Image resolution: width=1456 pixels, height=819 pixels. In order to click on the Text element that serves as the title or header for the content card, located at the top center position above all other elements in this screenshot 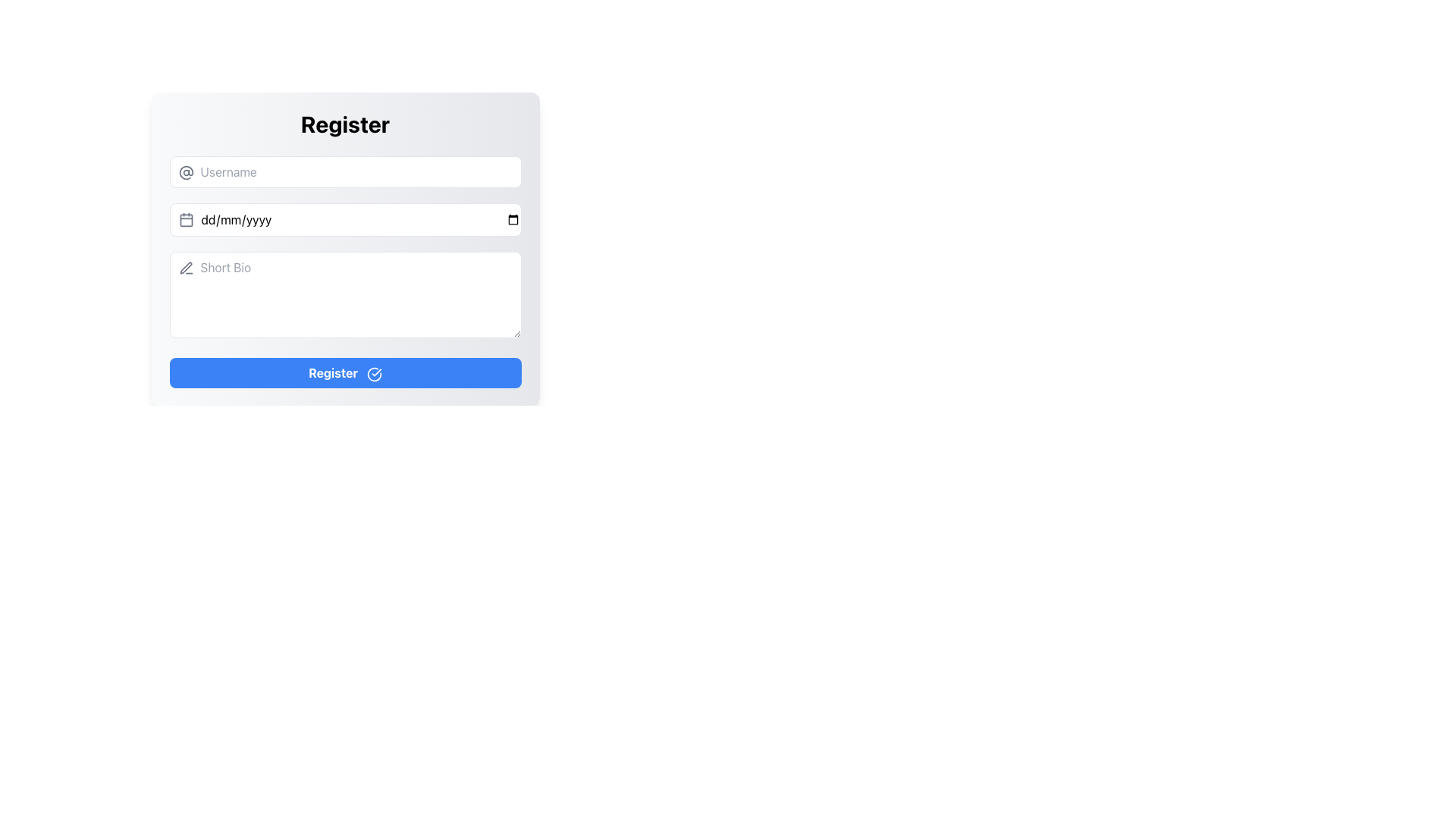, I will do `click(344, 124)`.